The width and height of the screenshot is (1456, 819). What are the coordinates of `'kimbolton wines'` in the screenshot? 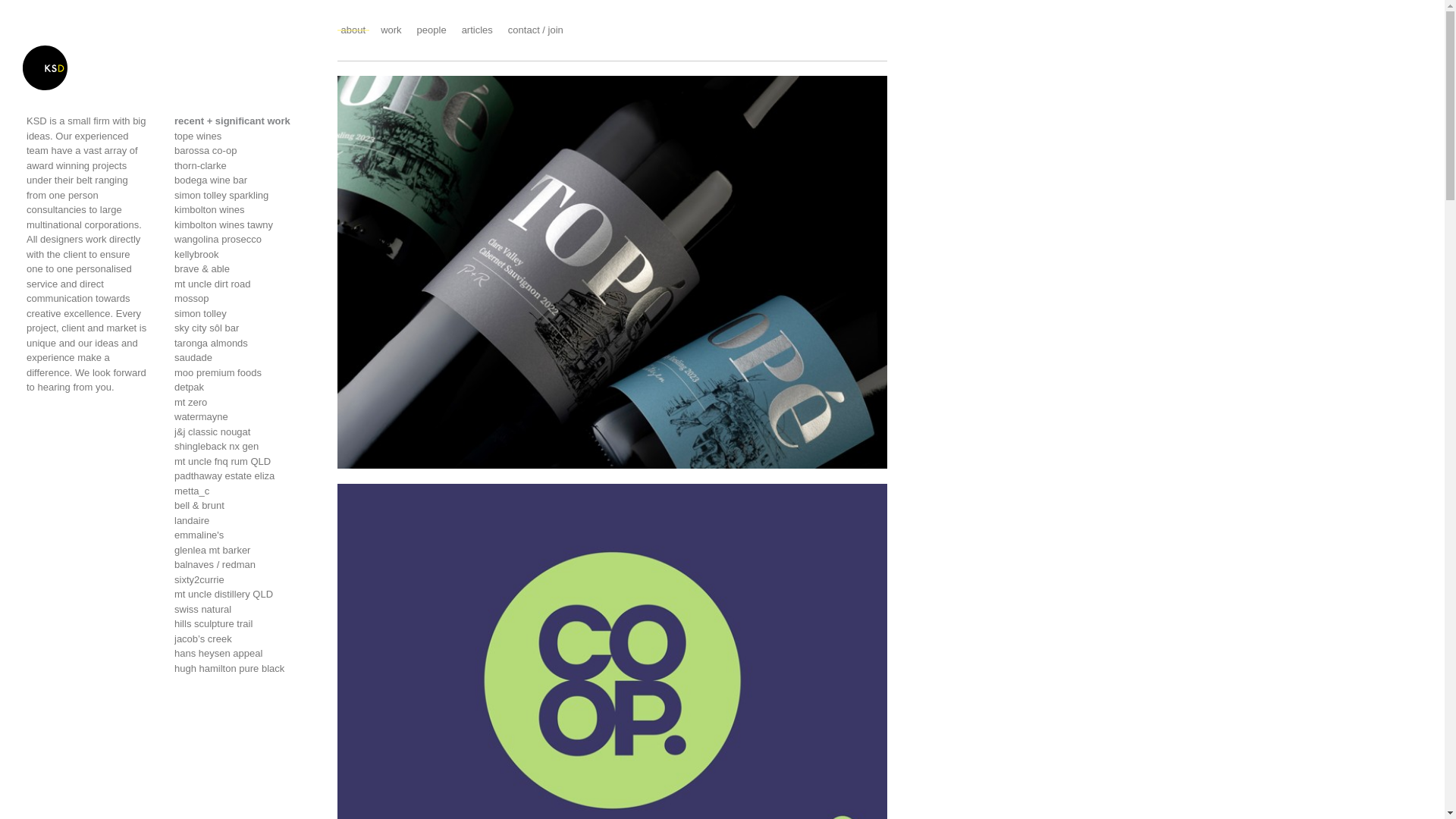 It's located at (243, 210).